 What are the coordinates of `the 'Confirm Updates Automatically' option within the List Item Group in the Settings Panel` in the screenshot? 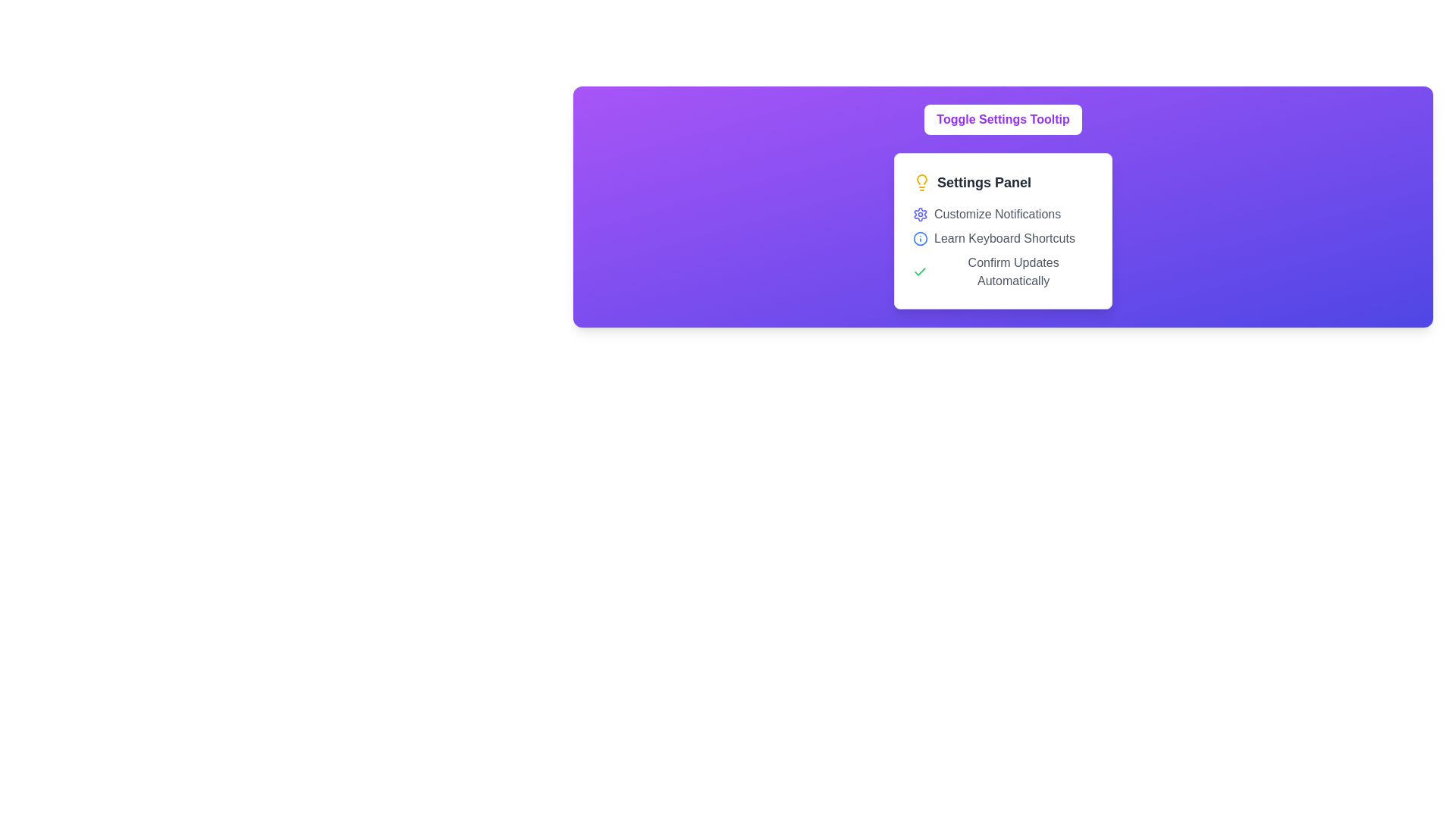 It's located at (1003, 247).